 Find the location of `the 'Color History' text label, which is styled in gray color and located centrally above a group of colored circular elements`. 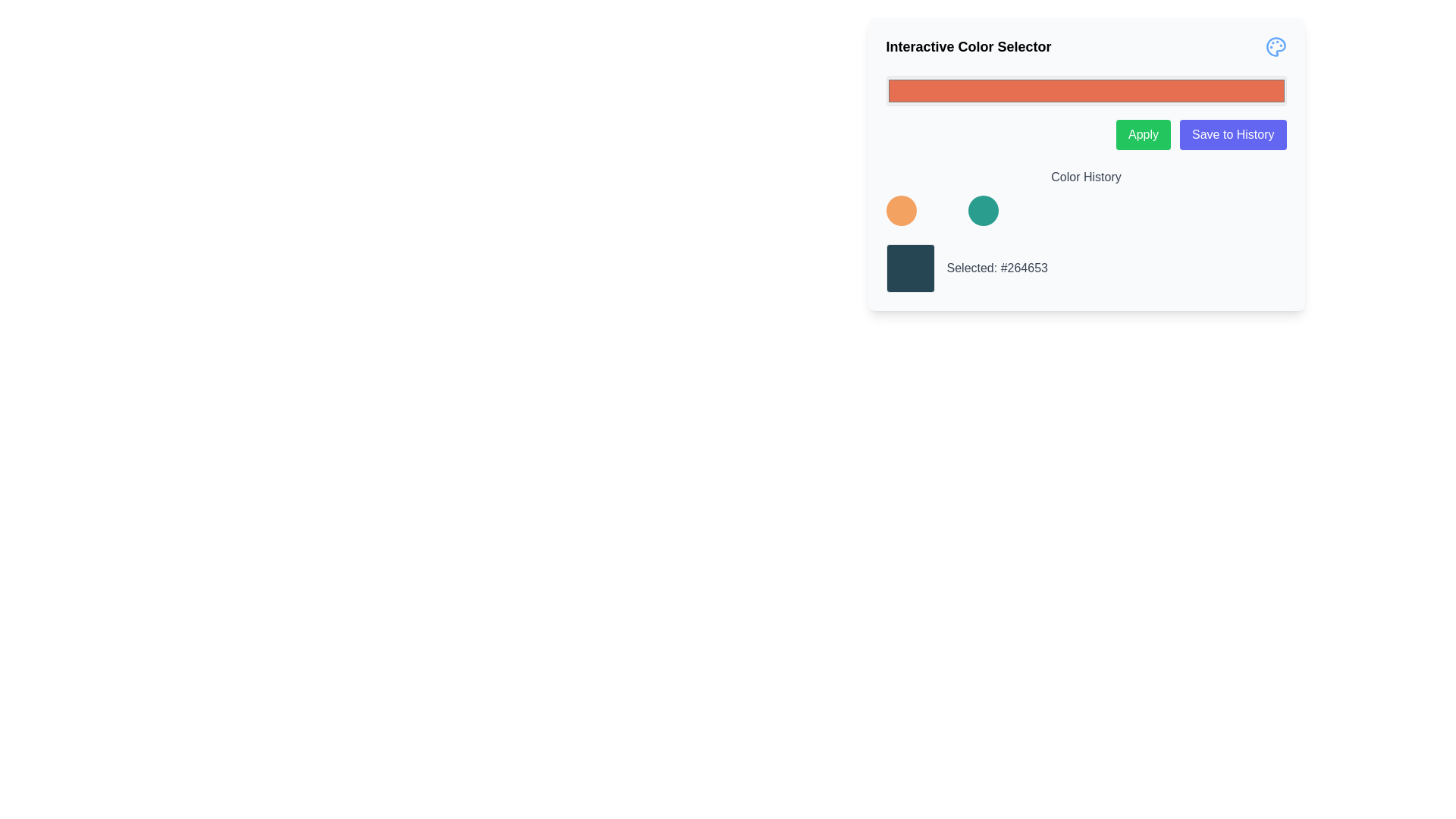

the 'Color History' text label, which is styled in gray color and located centrally above a group of colored circular elements is located at coordinates (1085, 177).